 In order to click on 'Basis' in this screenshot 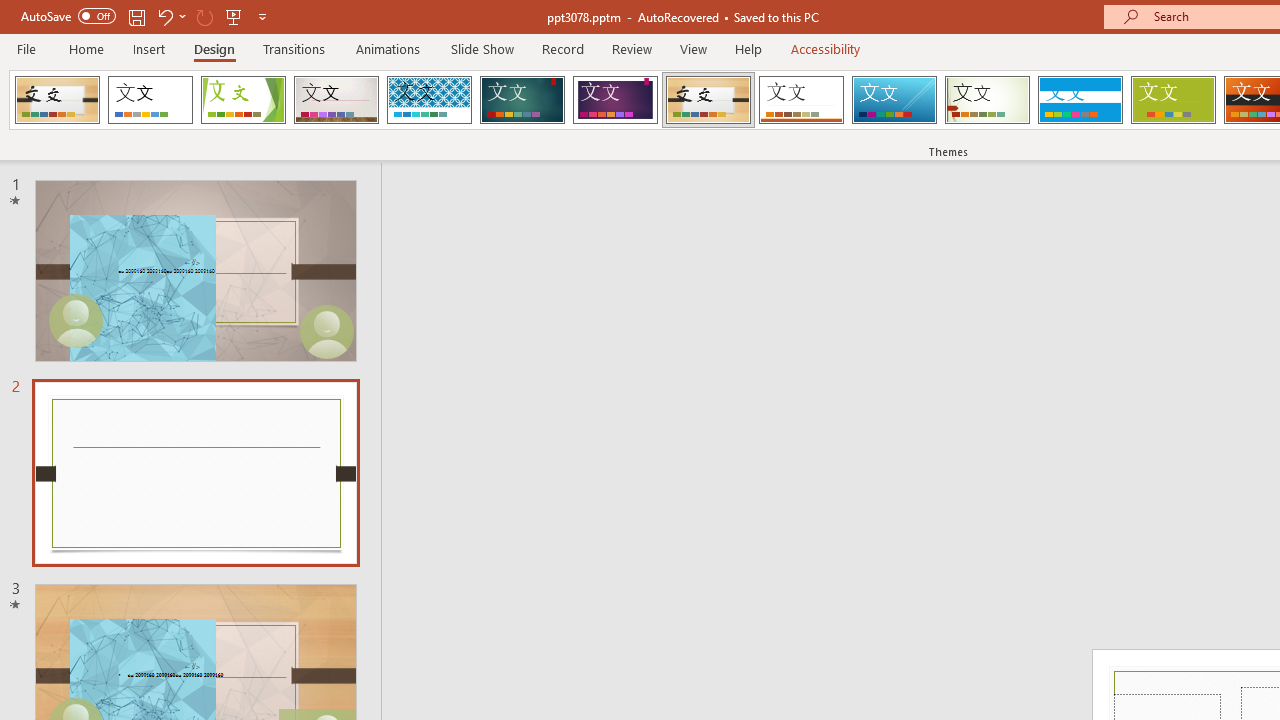, I will do `click(1173, 100)`.